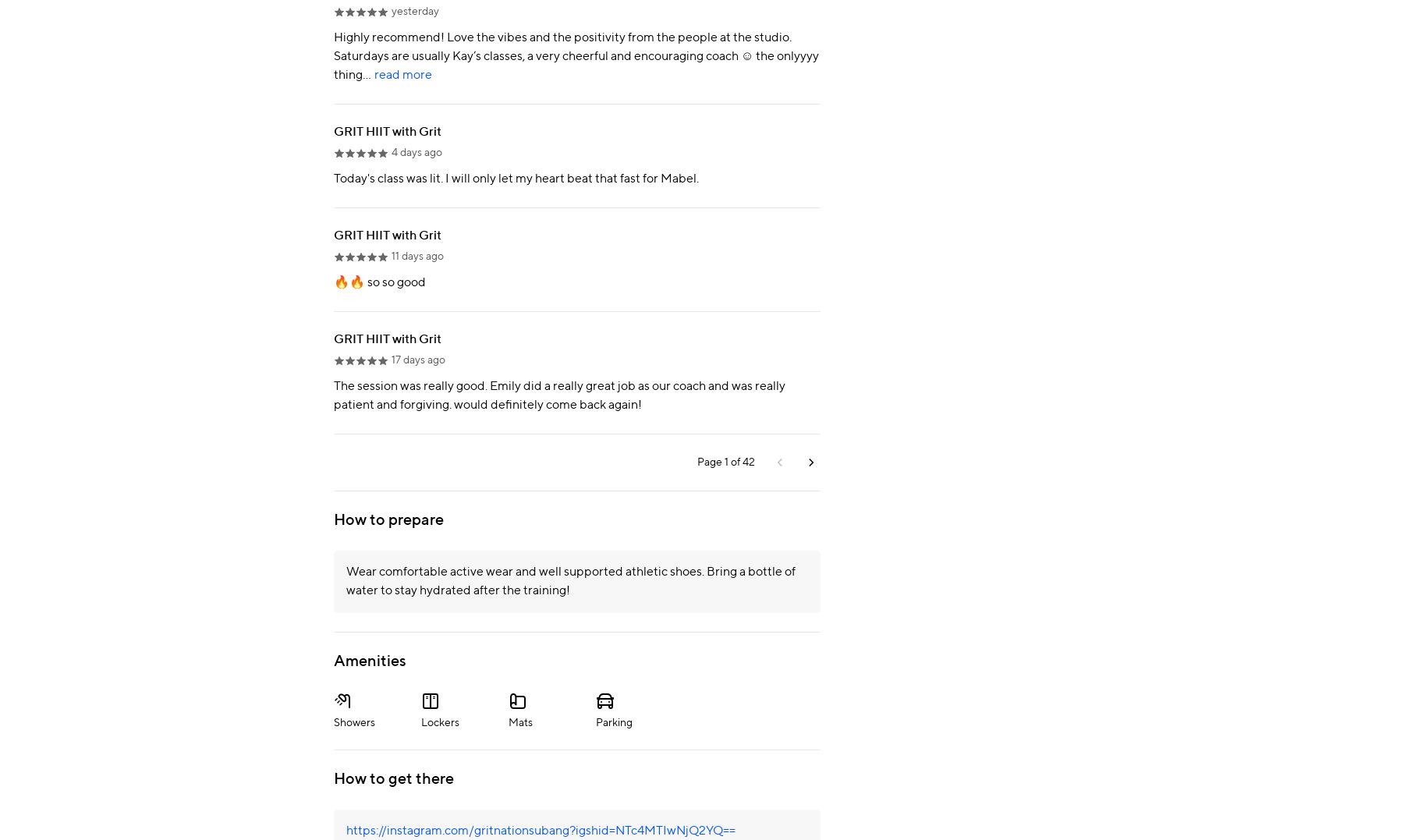 This screenshot has width=1404, height=840. What do you see at coordinates (613, 721) in the screenshot?
I see `'Parking'` at bounding box center [613, 721].